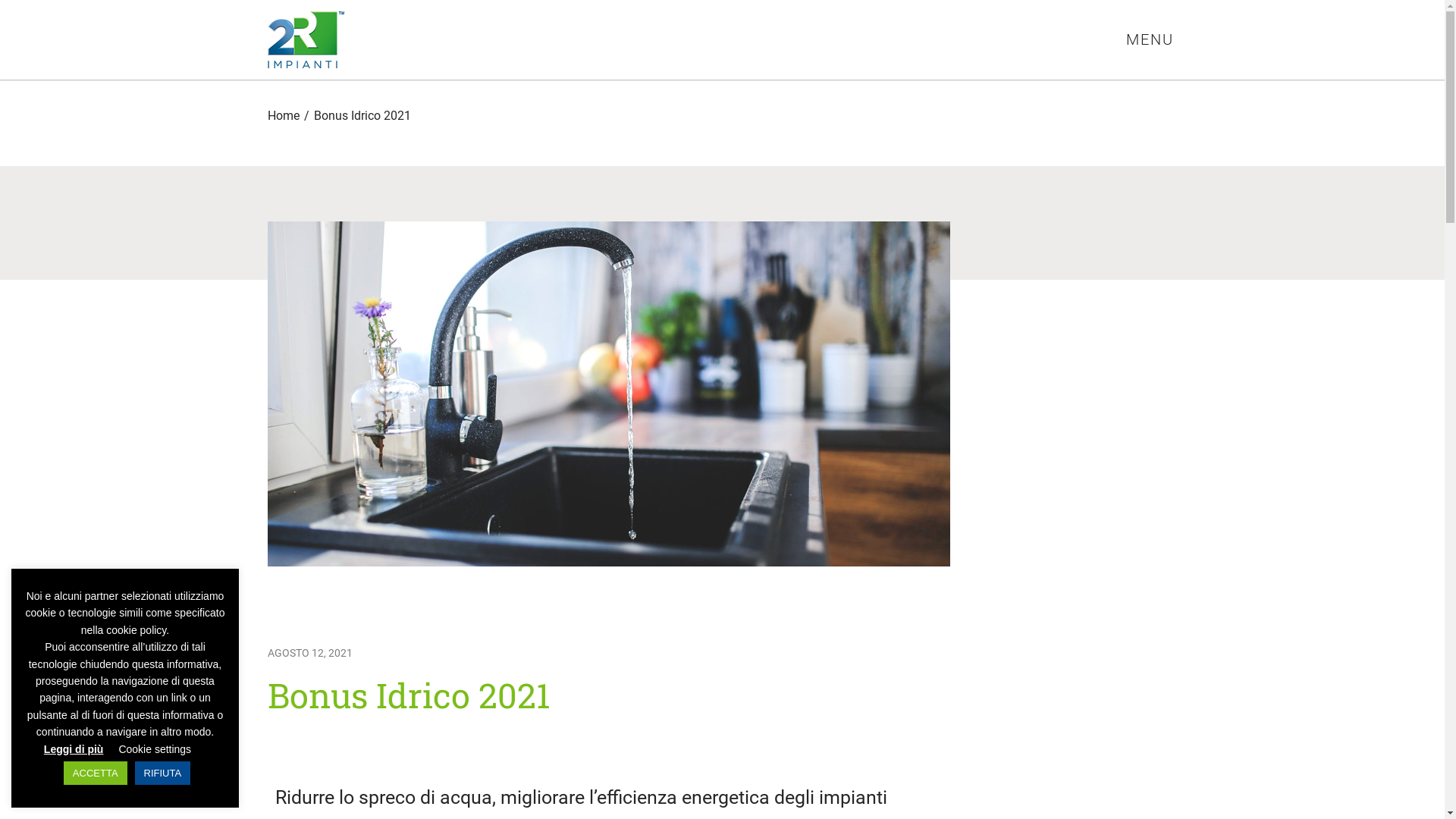 The image size is (1456, 819). I want to click on 'Cookie settings', so click(155, 748).